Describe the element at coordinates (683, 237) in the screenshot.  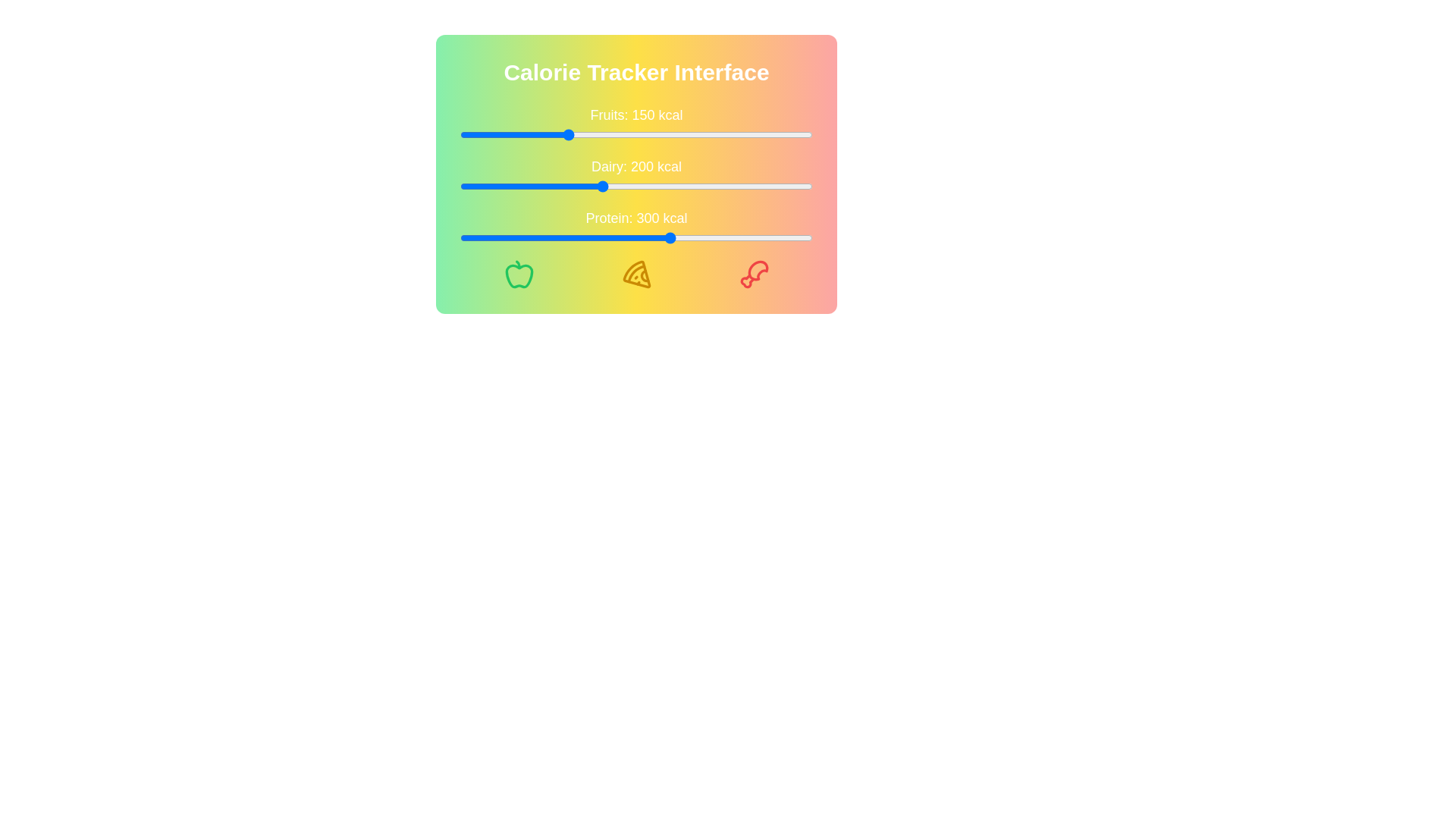
I see `the Protein slider to 318 kcal` at that location.